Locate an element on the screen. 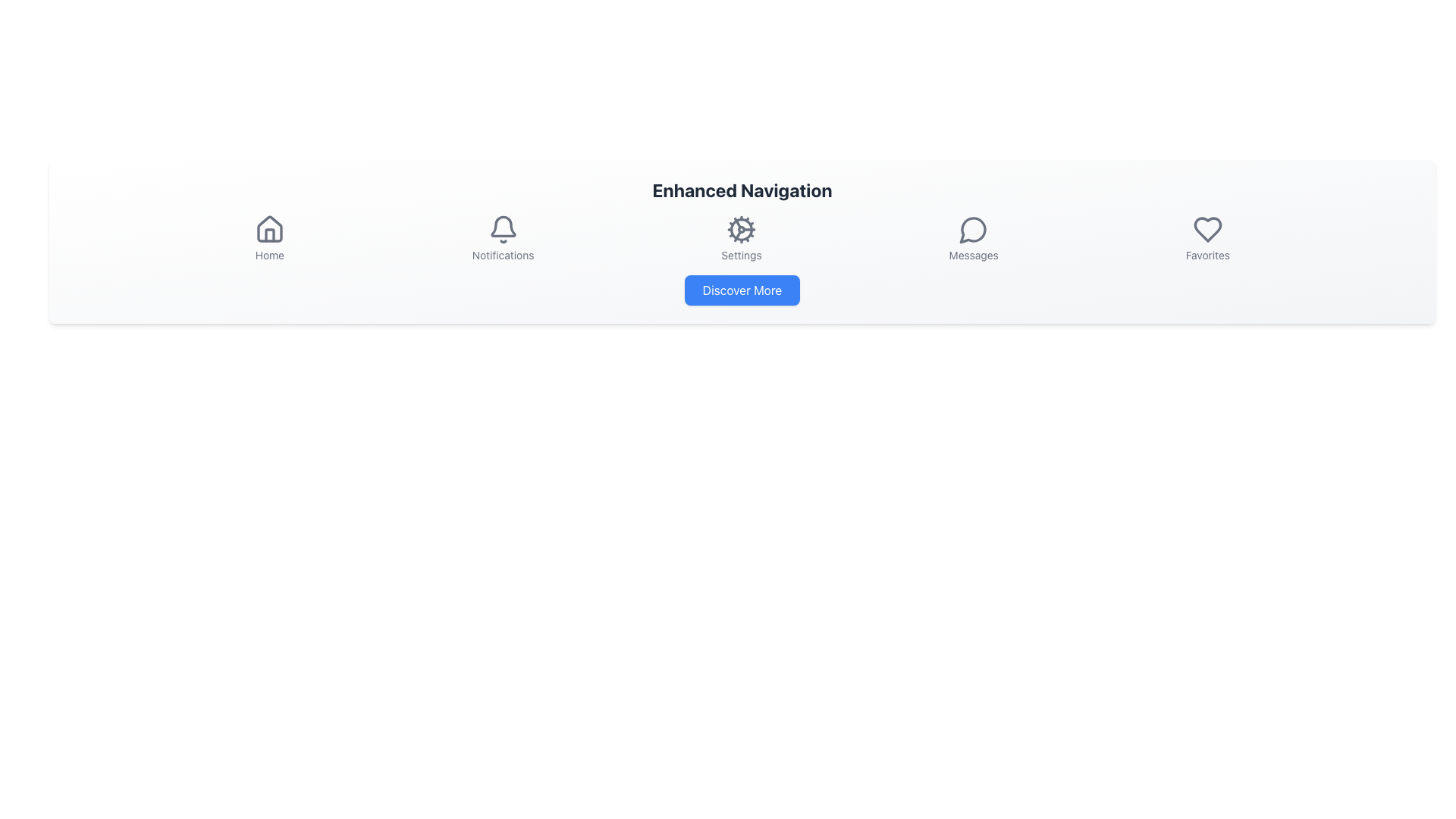 This screenshot has width=1456, height=819. the notification button located in the horizontal navigation bar, which is the second element from the left is located at coordinates (503, 239).